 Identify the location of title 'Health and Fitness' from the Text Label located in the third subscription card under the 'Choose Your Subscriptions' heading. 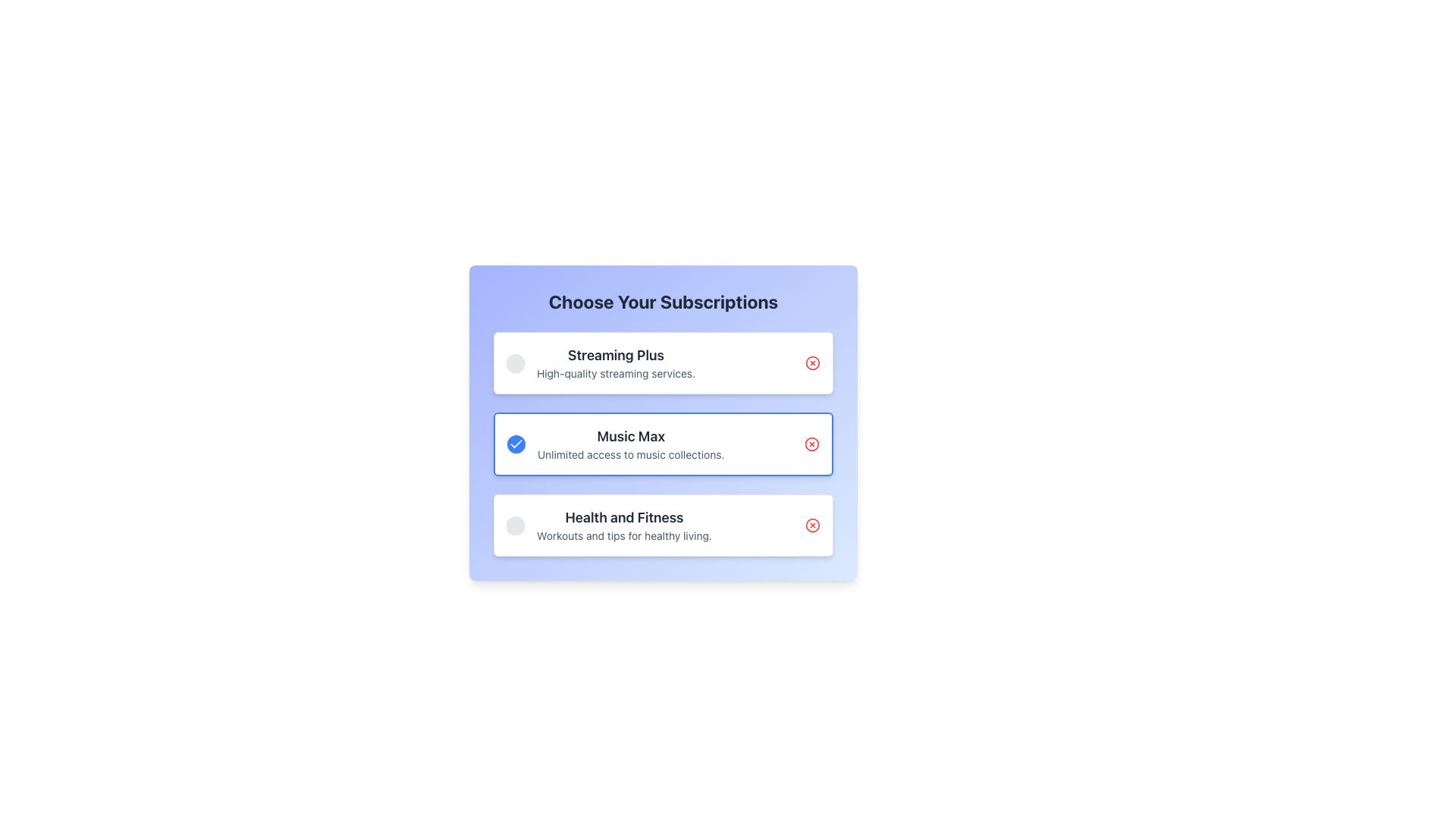
(624, 516).